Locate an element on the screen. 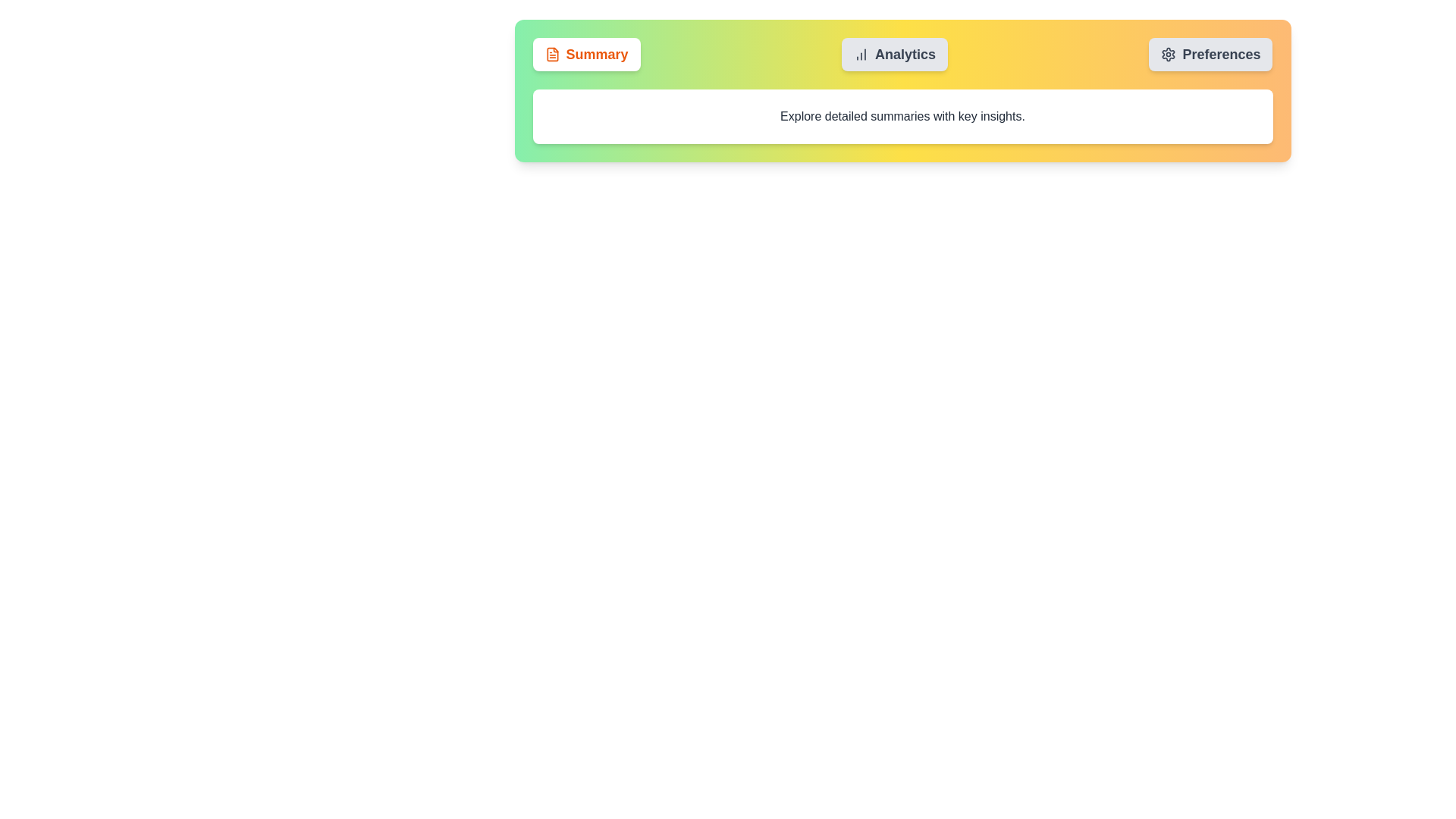 Image resolution: width=1456 pixels, height=819 pixels. the text label that reads 'Explore detailed summaries with key insights.' which is styled in a medium font weight with a dark gray color on a white background is located at coordinates (902, 116).